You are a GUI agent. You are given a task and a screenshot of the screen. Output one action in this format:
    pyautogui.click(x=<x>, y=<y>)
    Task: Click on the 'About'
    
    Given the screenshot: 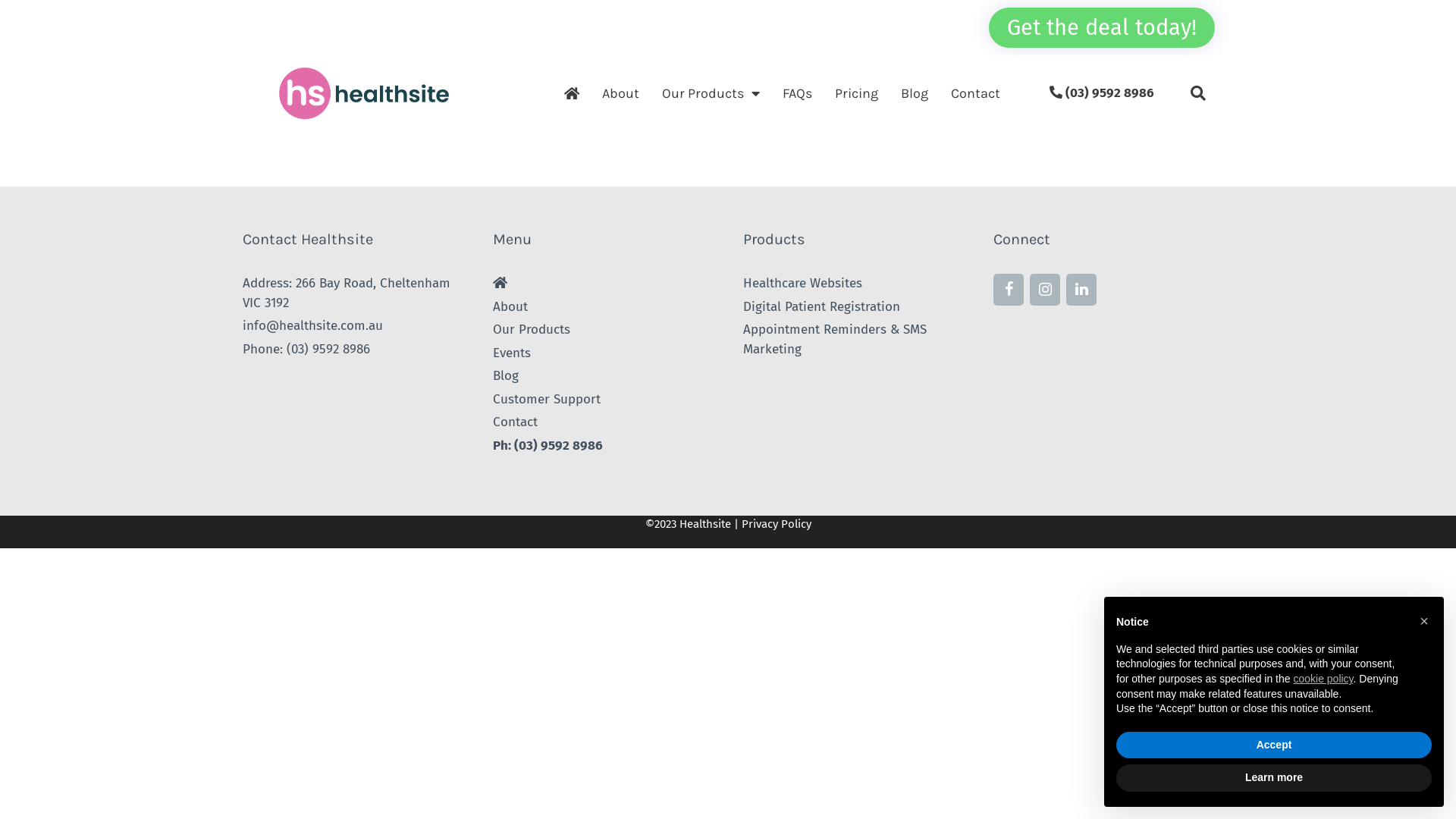 What is the action you would take?
    pyautogui.click(x=620, y=93)
    